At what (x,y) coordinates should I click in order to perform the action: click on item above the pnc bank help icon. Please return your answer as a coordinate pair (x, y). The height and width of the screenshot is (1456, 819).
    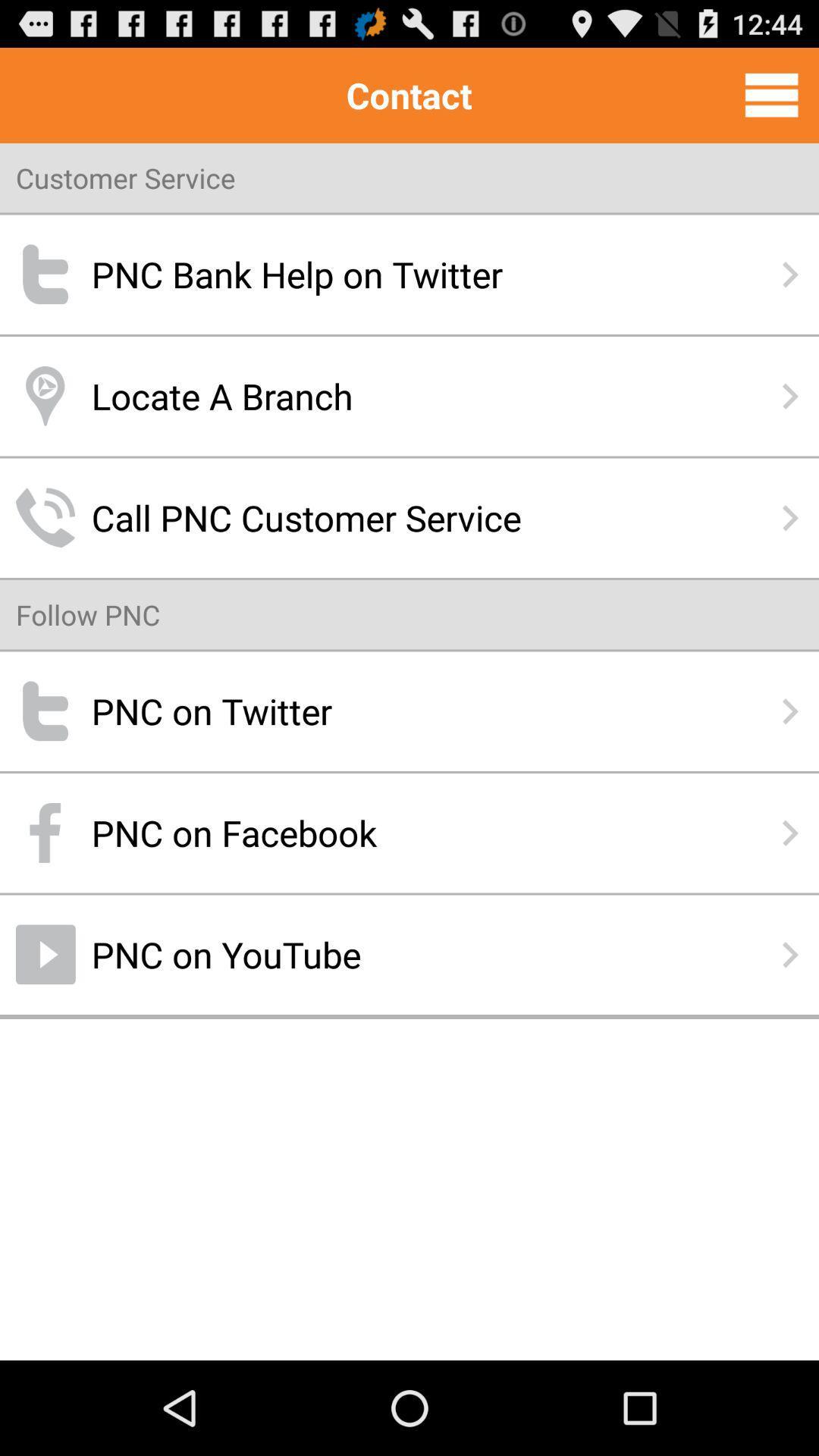
    Looking at the image, I should click on (771, 94).